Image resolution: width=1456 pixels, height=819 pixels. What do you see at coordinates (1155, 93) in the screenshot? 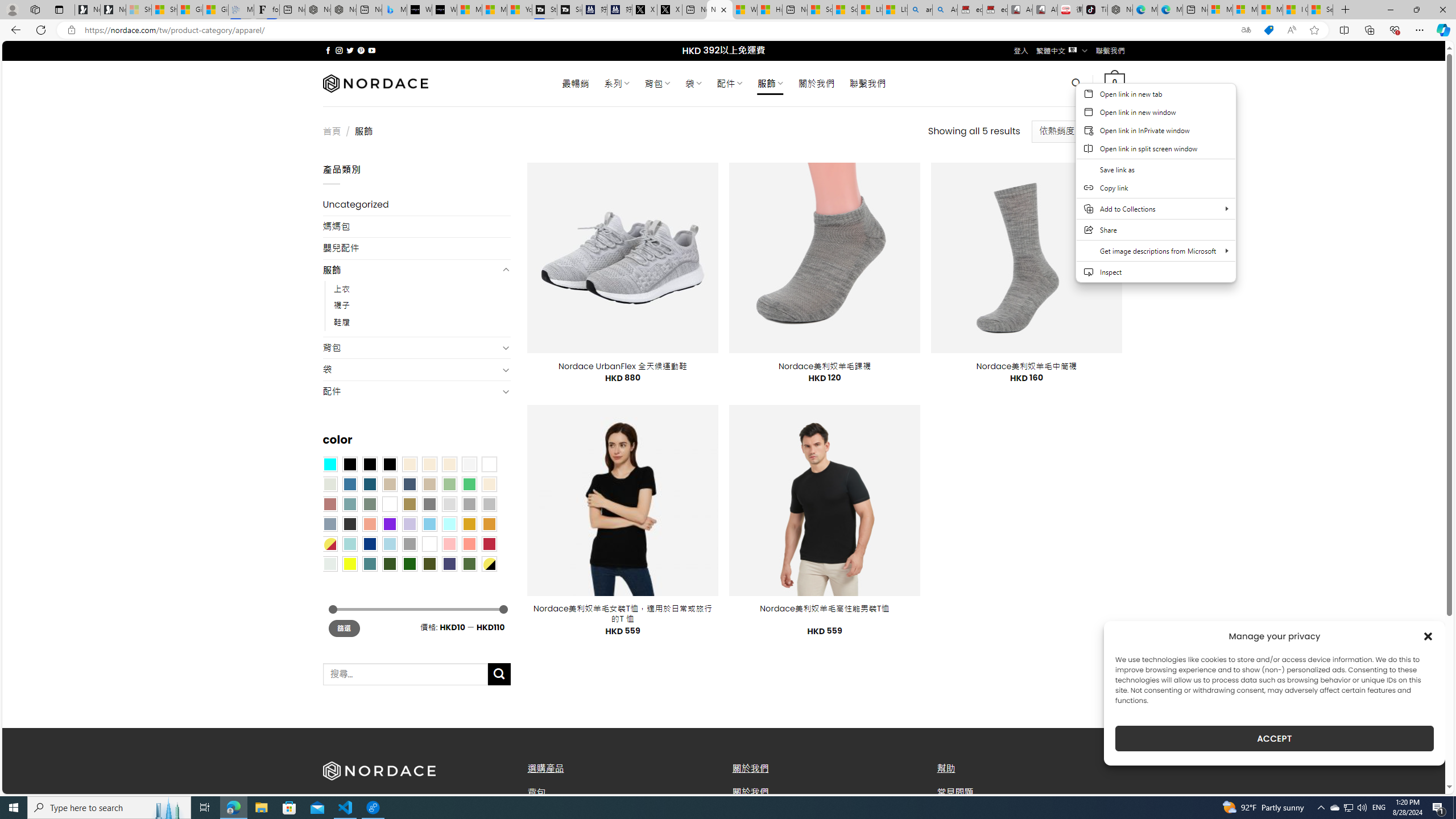
I see `'Open link in new tab'` at bounding box center [1155, 93].